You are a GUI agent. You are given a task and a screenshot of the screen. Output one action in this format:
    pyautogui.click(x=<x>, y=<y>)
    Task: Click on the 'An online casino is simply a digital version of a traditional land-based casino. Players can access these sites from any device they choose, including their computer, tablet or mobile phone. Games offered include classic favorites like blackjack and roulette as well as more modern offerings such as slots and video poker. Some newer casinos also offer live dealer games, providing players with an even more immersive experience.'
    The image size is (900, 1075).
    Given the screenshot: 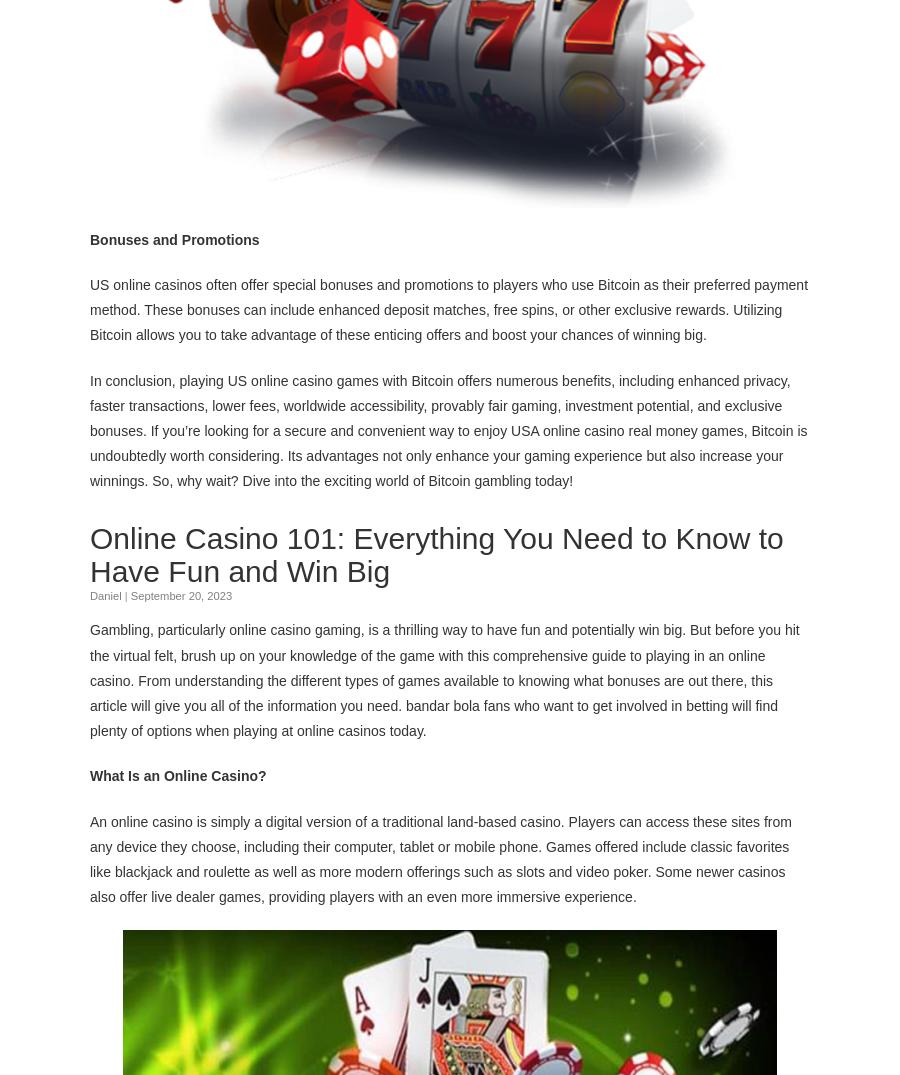 What is the action you would take?
    pyautogui.click(x=89, y=857)
    